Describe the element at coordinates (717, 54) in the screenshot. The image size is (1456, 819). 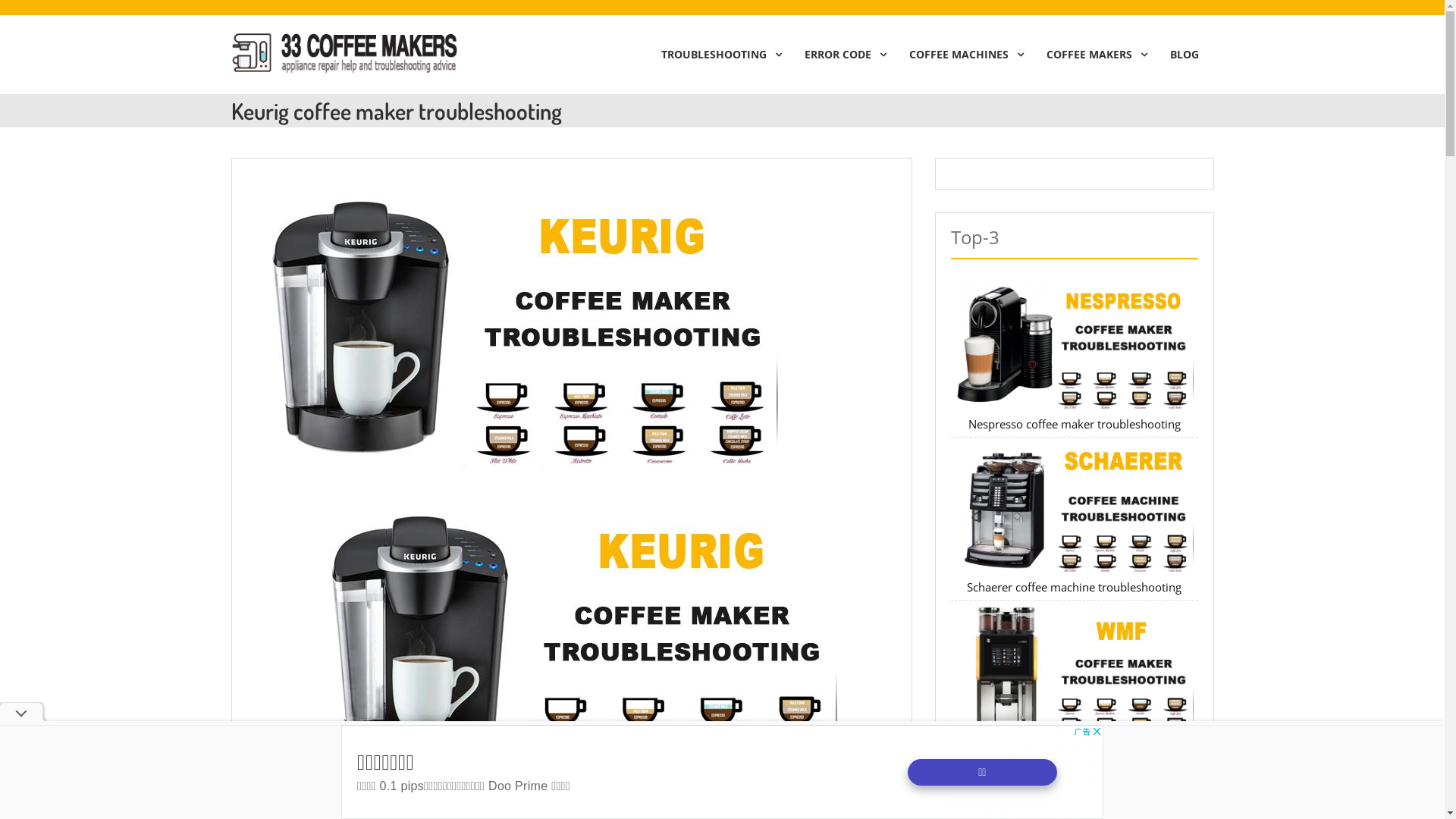
I see `'TROUBLESHOOTING'` at that location.